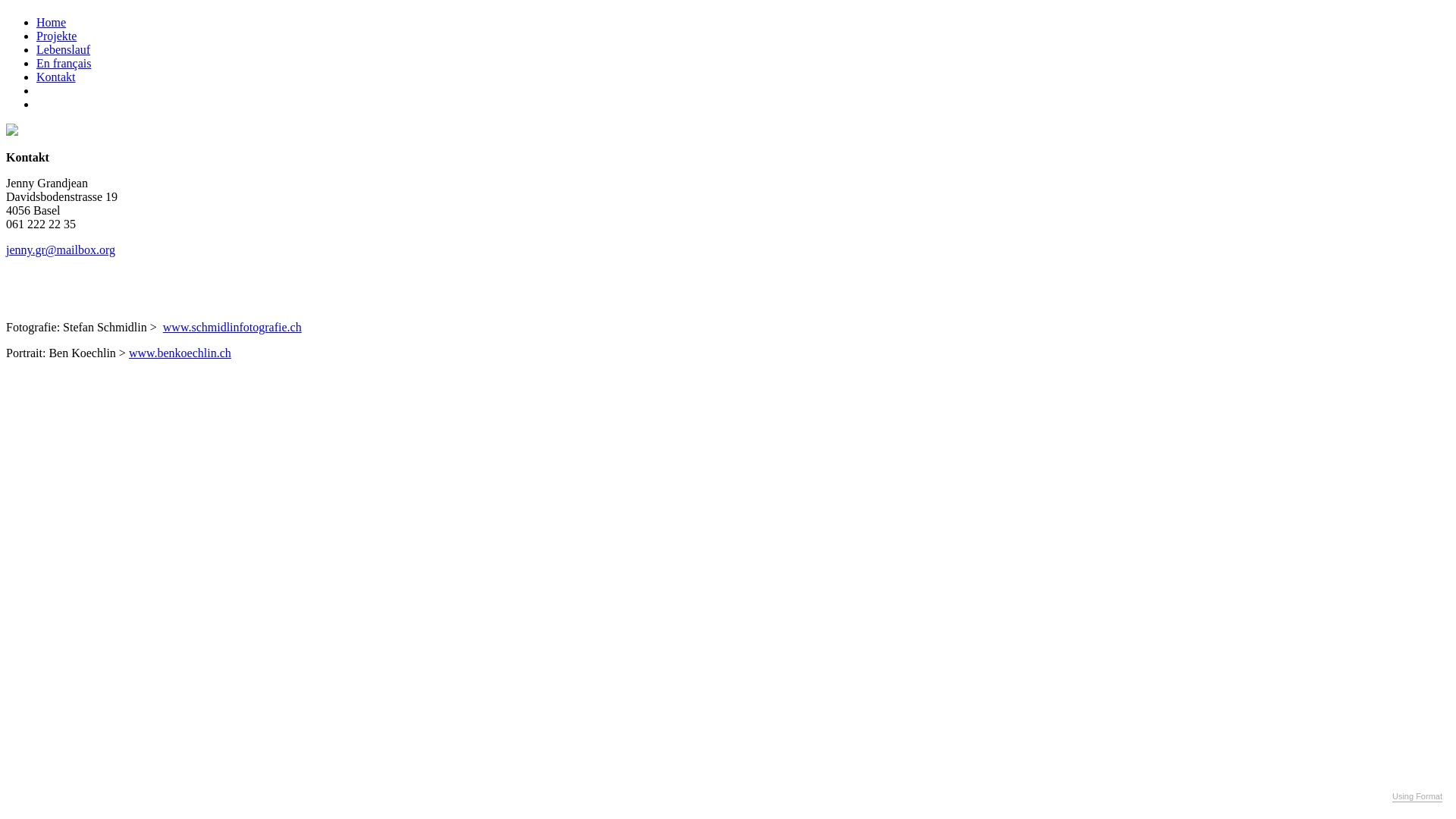 Image resolution: width=1456 pixels, height=819 pixels. I want to click on 'www.benkoechlin.ch', so click(128, 353).